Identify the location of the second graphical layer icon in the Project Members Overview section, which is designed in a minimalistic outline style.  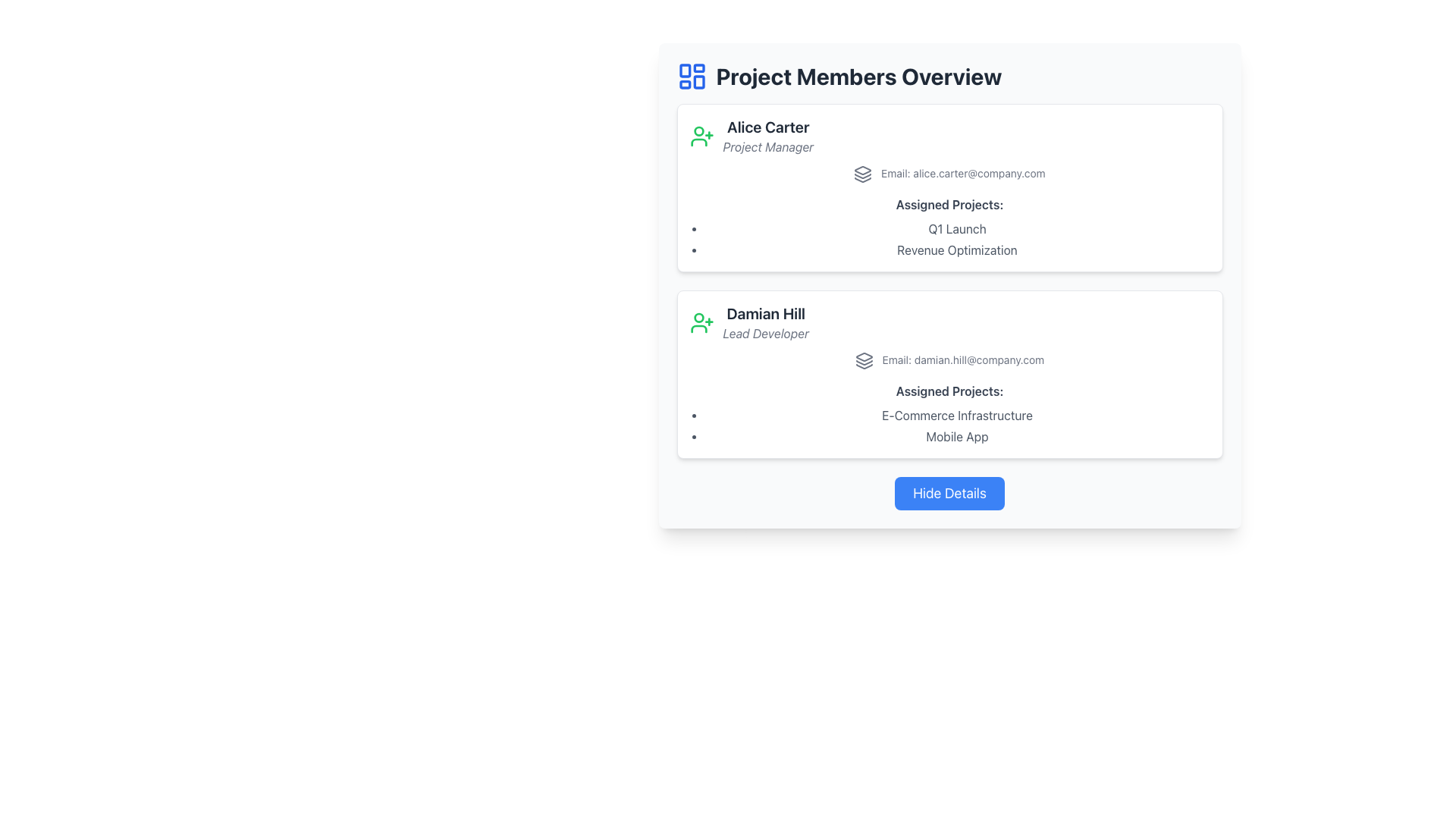
(863, 175).